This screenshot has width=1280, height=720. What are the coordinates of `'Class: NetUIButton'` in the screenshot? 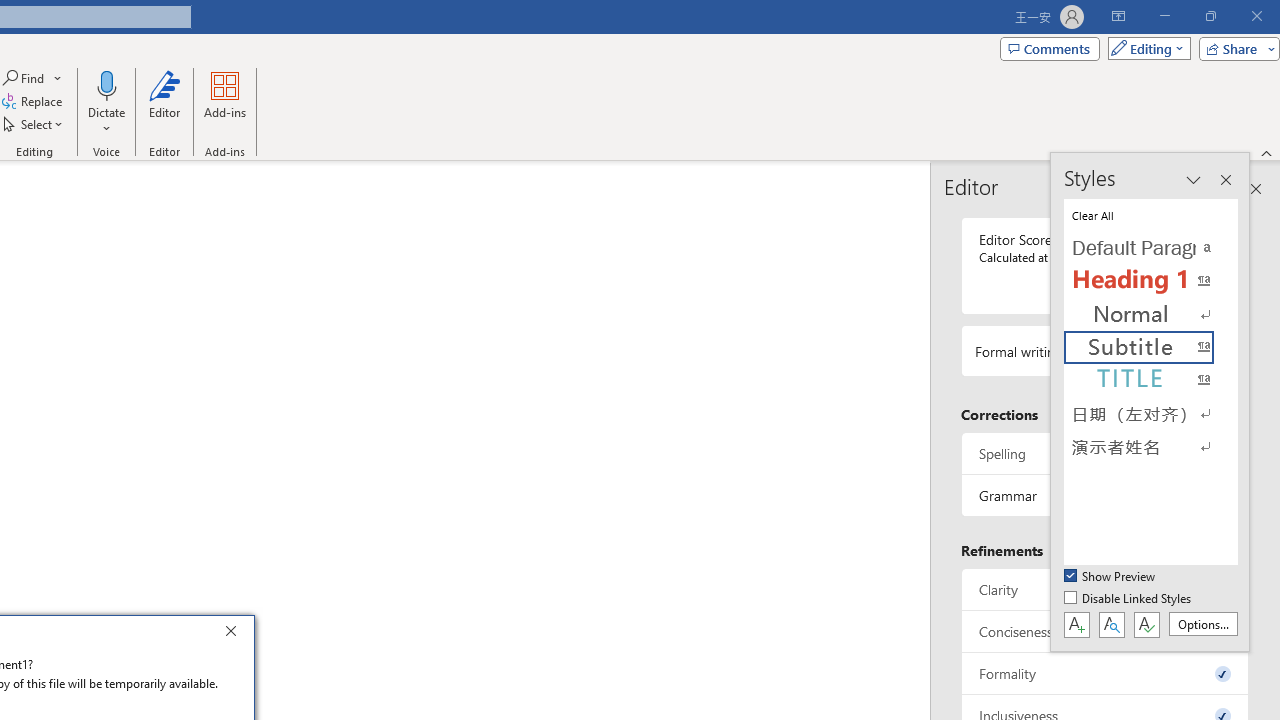 It's located at (1146, 623).